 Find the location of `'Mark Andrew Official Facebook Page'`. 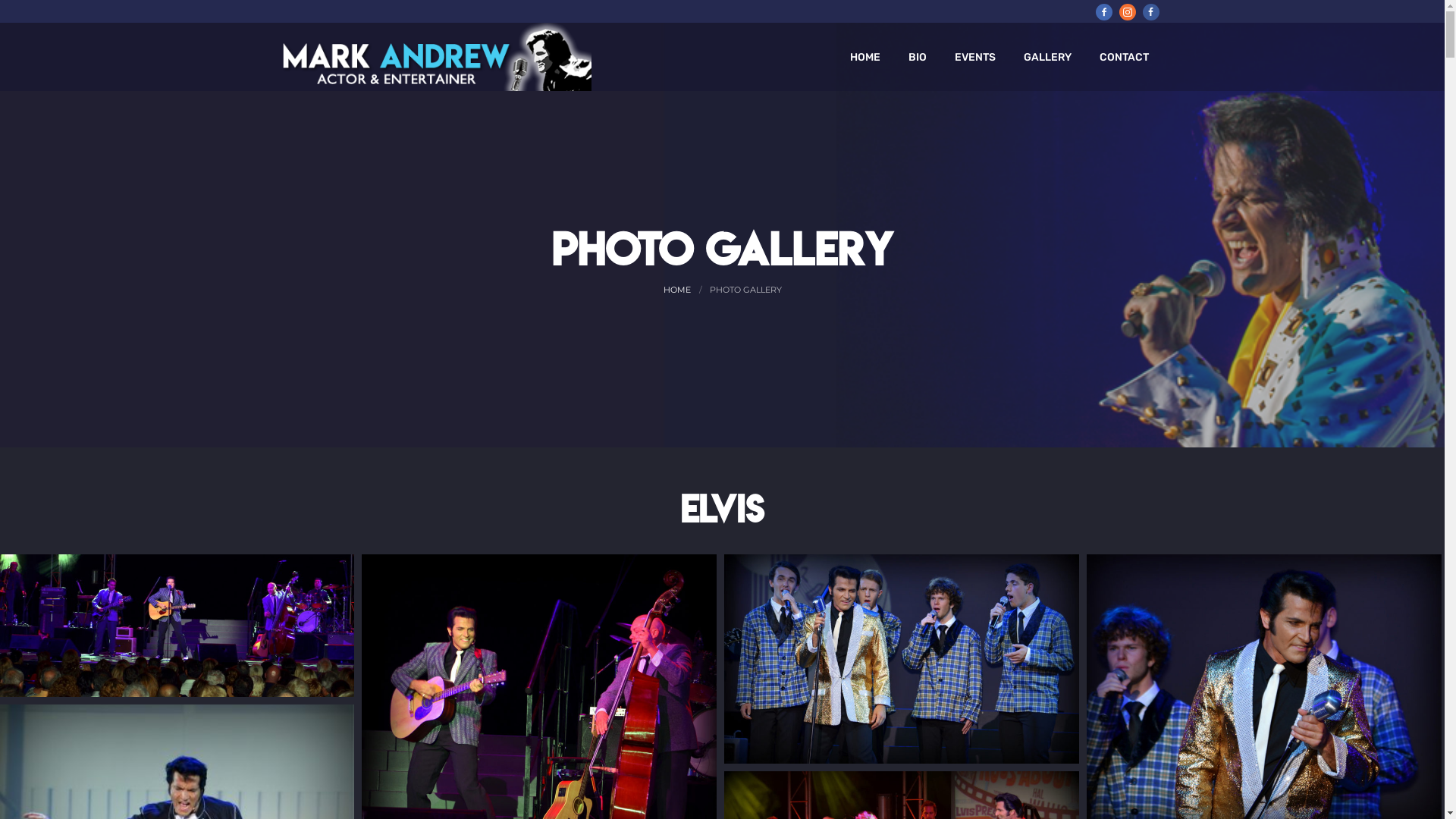

'Mark Andrew Official Facebook Page' is located at coordinates (1103, 11).